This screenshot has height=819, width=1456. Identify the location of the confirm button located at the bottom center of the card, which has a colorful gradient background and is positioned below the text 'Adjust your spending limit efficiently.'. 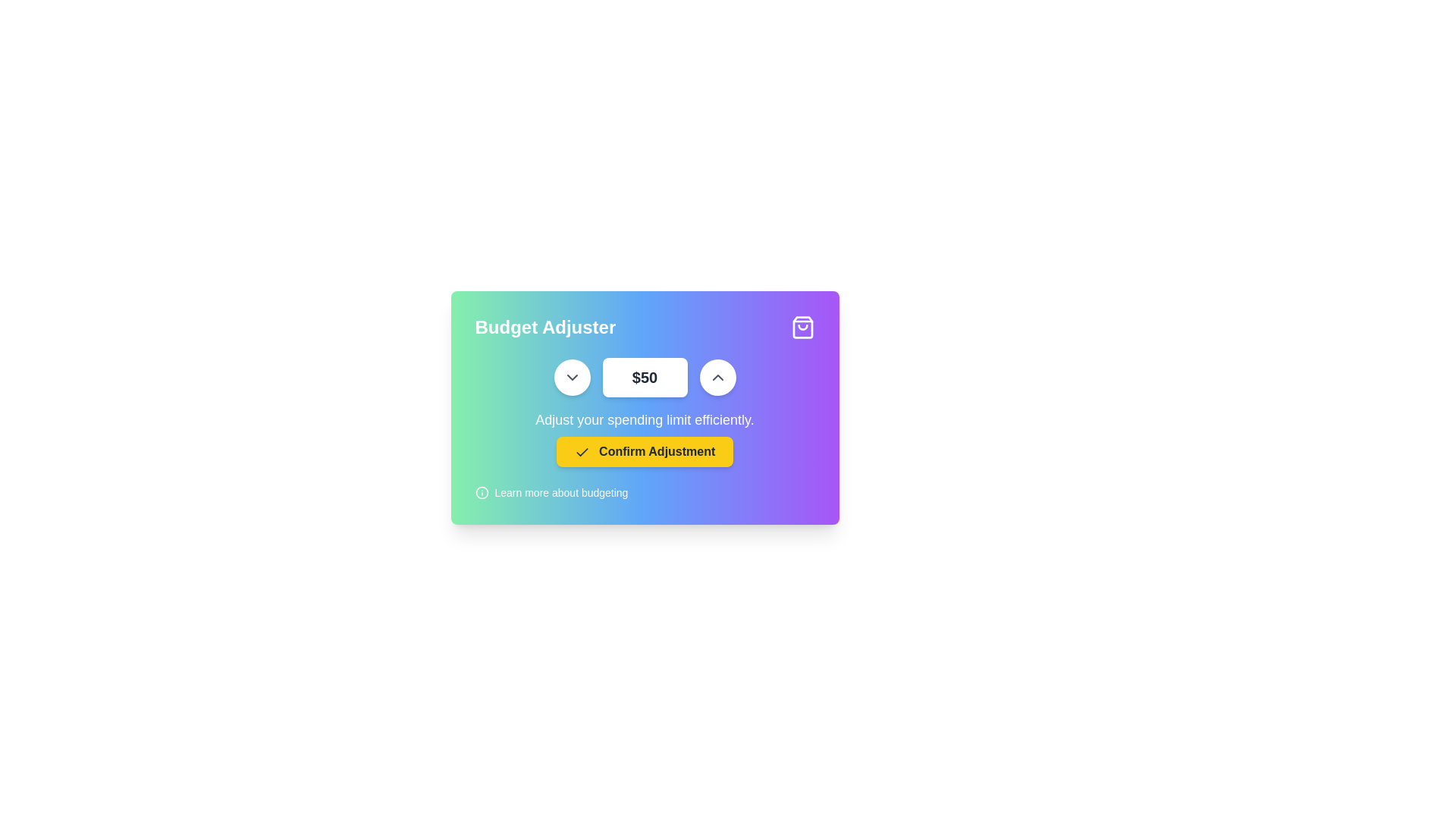
(645, 451).